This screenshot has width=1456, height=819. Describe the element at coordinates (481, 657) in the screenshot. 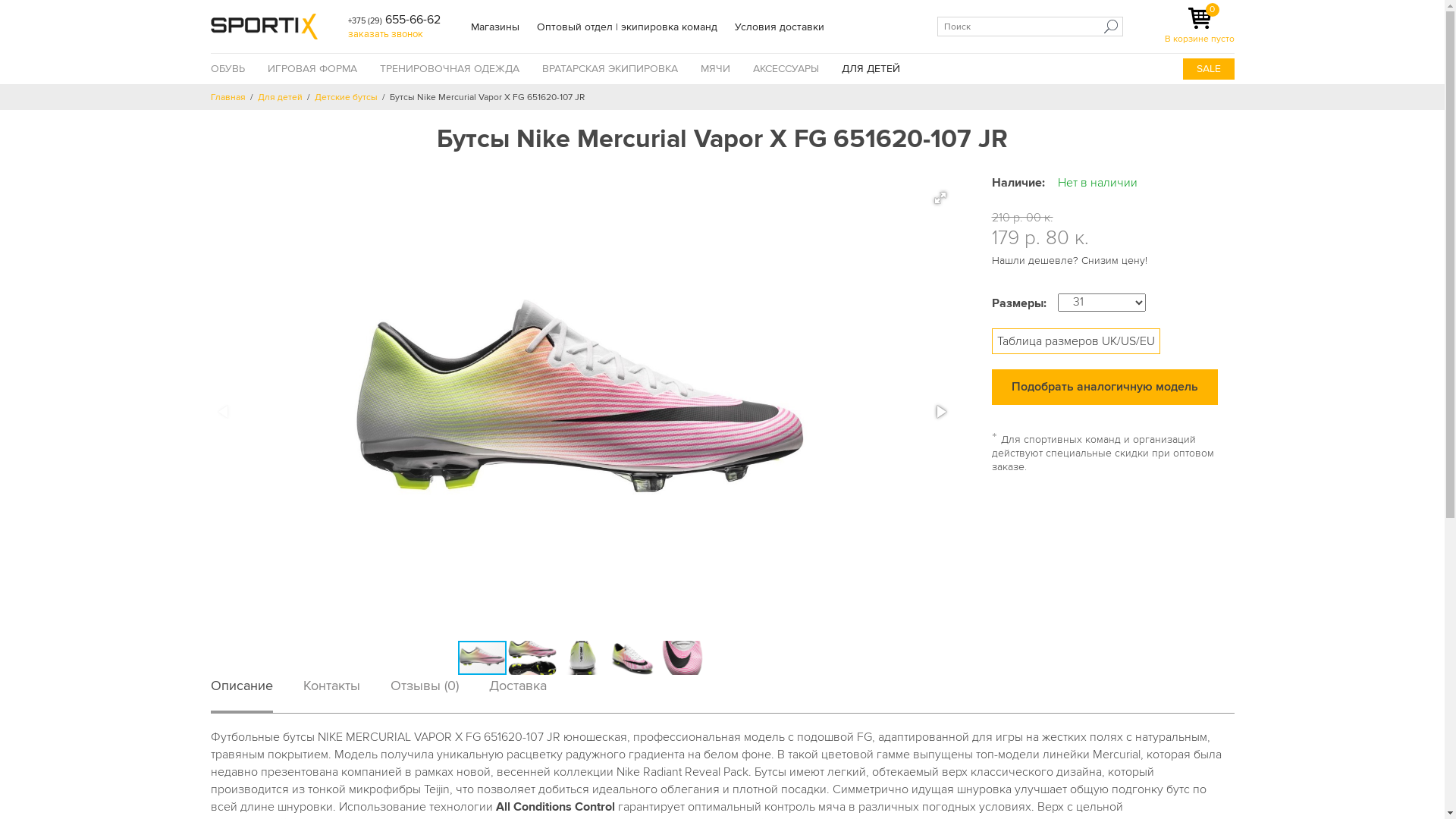

I see `'Nike Mercurial Vapor X FG 651620-107 JRnew.jpg'` at that location.